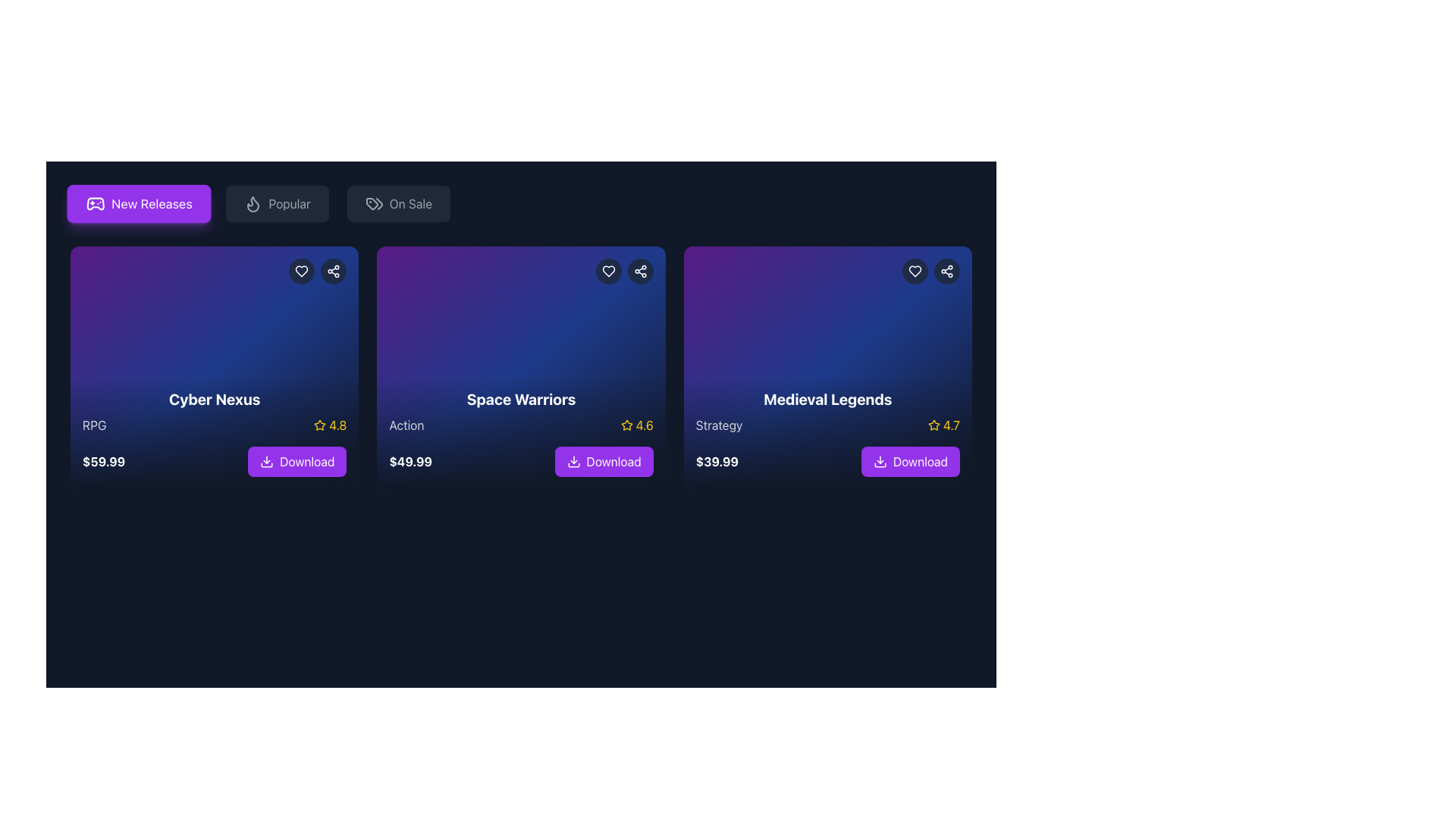 Image resolution: width=1456 pixels, height=819 pixels. What do you see at coordinates (103, 461) in the screenshot?
I see `the price indicator text label located in the leftmost card titled 'Cyber Nexus' under the 'New Releases' section, positioned above the purple 'Download' button` at bounding box center [103, 461].